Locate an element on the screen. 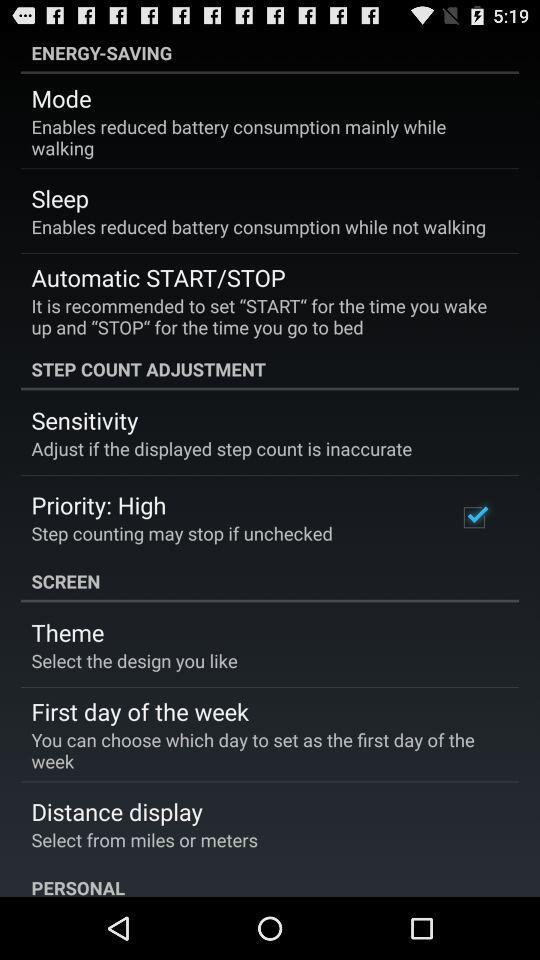 Image resolution: width=540 pixels, height=960 pixels. the icon to the right of the step counting may icon is located at coordinates (473, 516).